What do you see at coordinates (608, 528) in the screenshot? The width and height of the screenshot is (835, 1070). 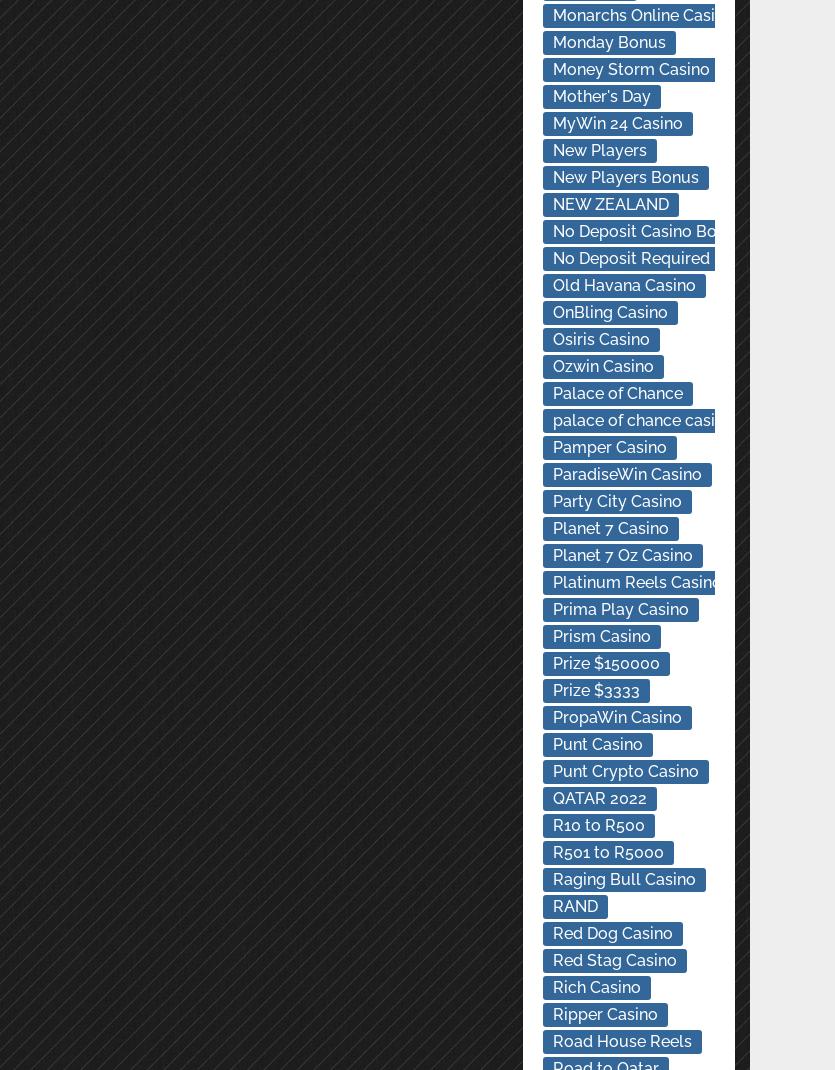 I see `'Planet 7 Casino'` at bounding box center [608, 528].